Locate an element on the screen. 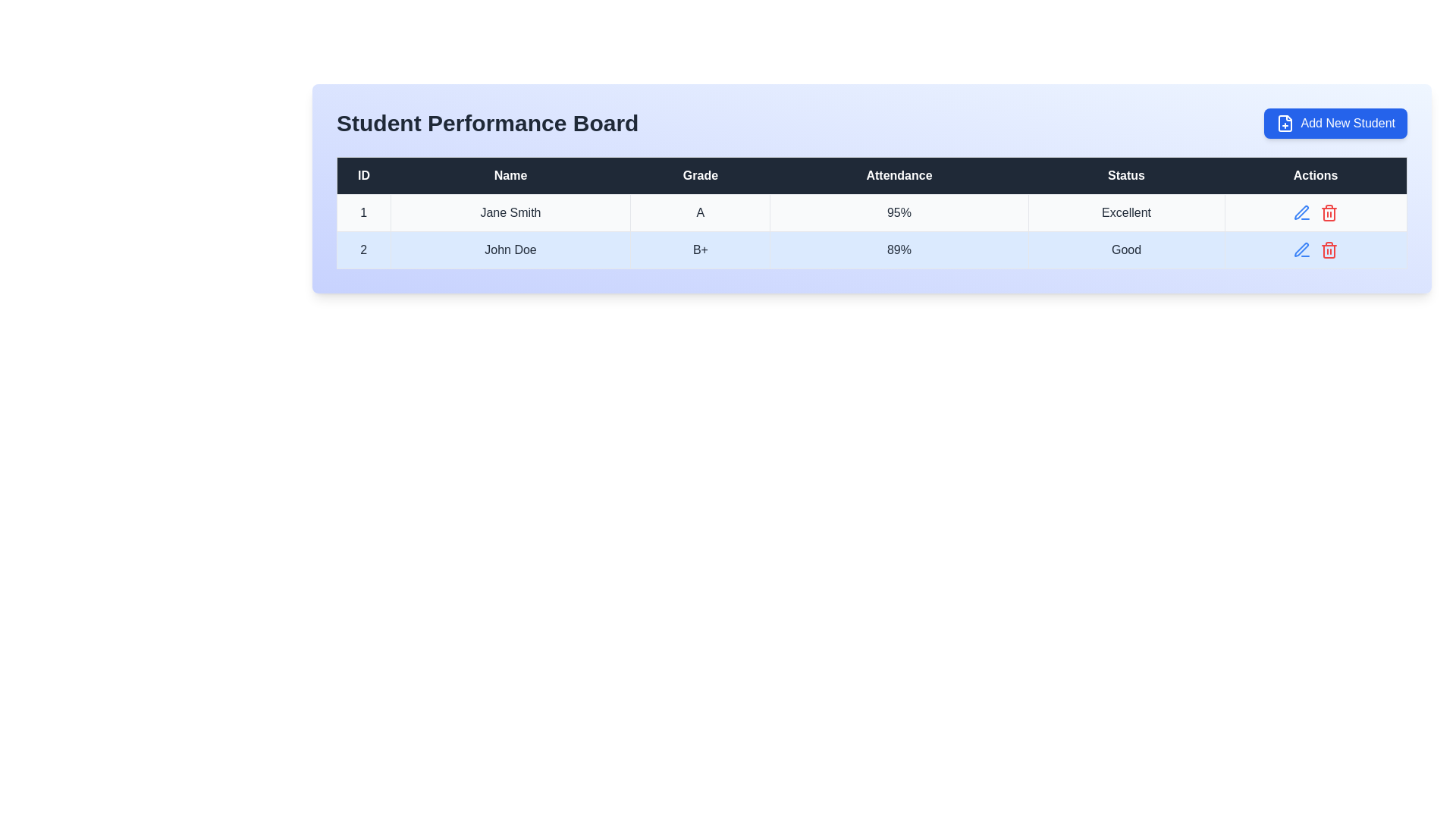  the separator element located between the edit icon and delete icon in the 'Actions' column for the student 'John Doe' is located at coordinates (1315, 249).